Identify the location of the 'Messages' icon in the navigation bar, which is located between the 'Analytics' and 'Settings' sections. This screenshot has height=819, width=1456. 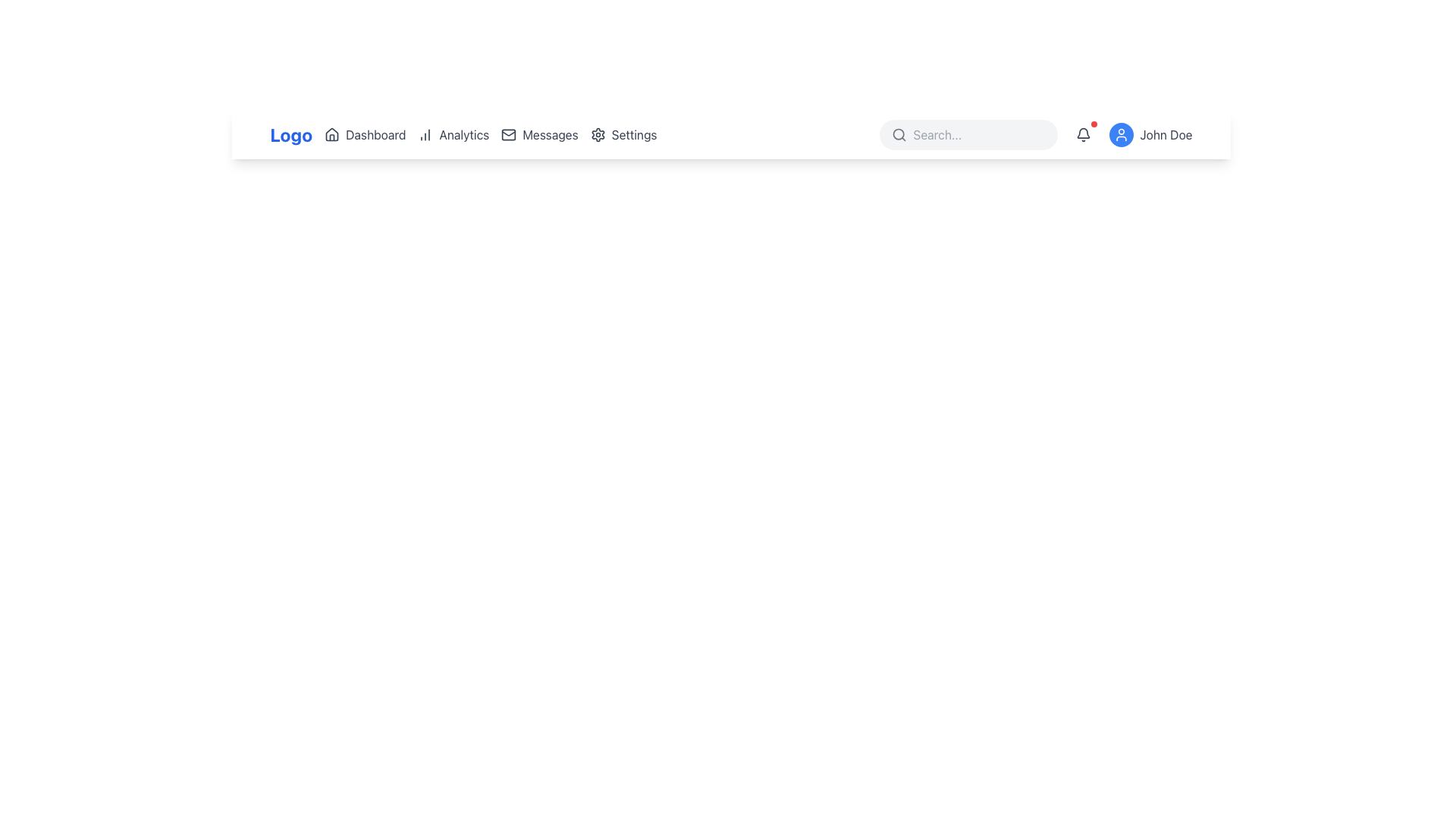
(509, 133).